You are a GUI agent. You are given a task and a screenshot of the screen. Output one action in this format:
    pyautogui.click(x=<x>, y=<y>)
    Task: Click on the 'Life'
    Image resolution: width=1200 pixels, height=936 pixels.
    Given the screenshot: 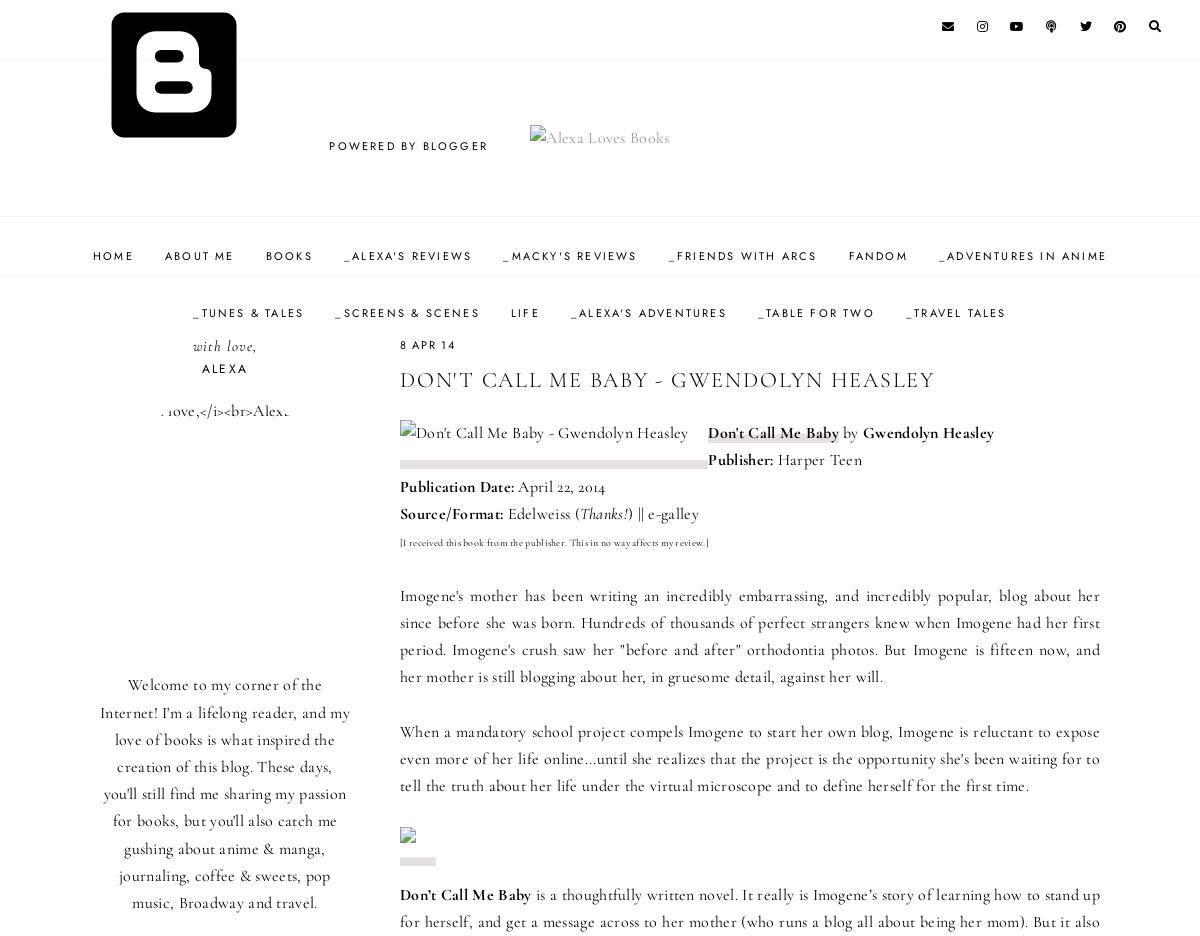 What is the action you would take?
    pyautogui.click(x=509, y=312)
    